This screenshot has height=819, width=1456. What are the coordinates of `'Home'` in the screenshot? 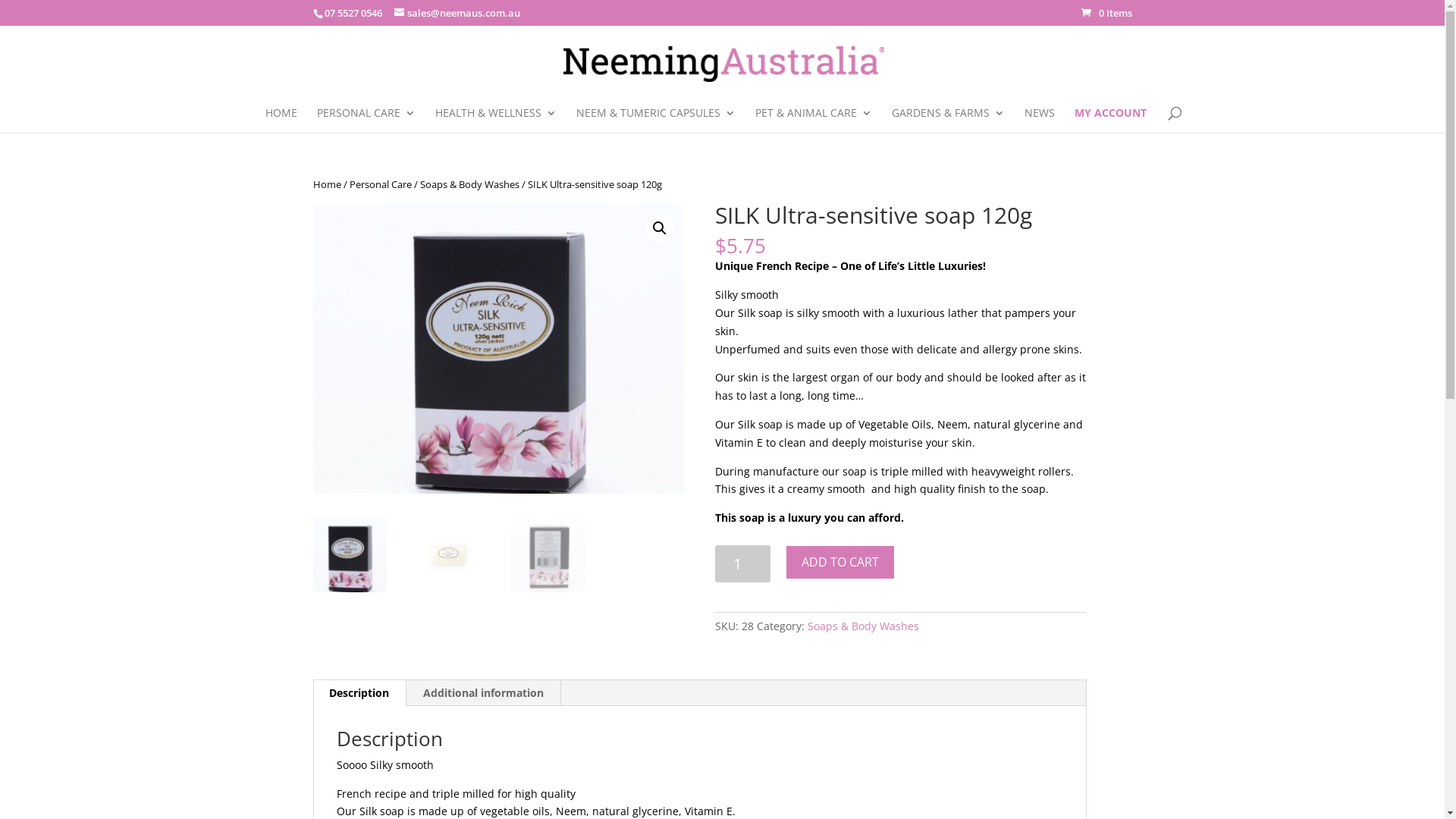 It's located at (325, 184).